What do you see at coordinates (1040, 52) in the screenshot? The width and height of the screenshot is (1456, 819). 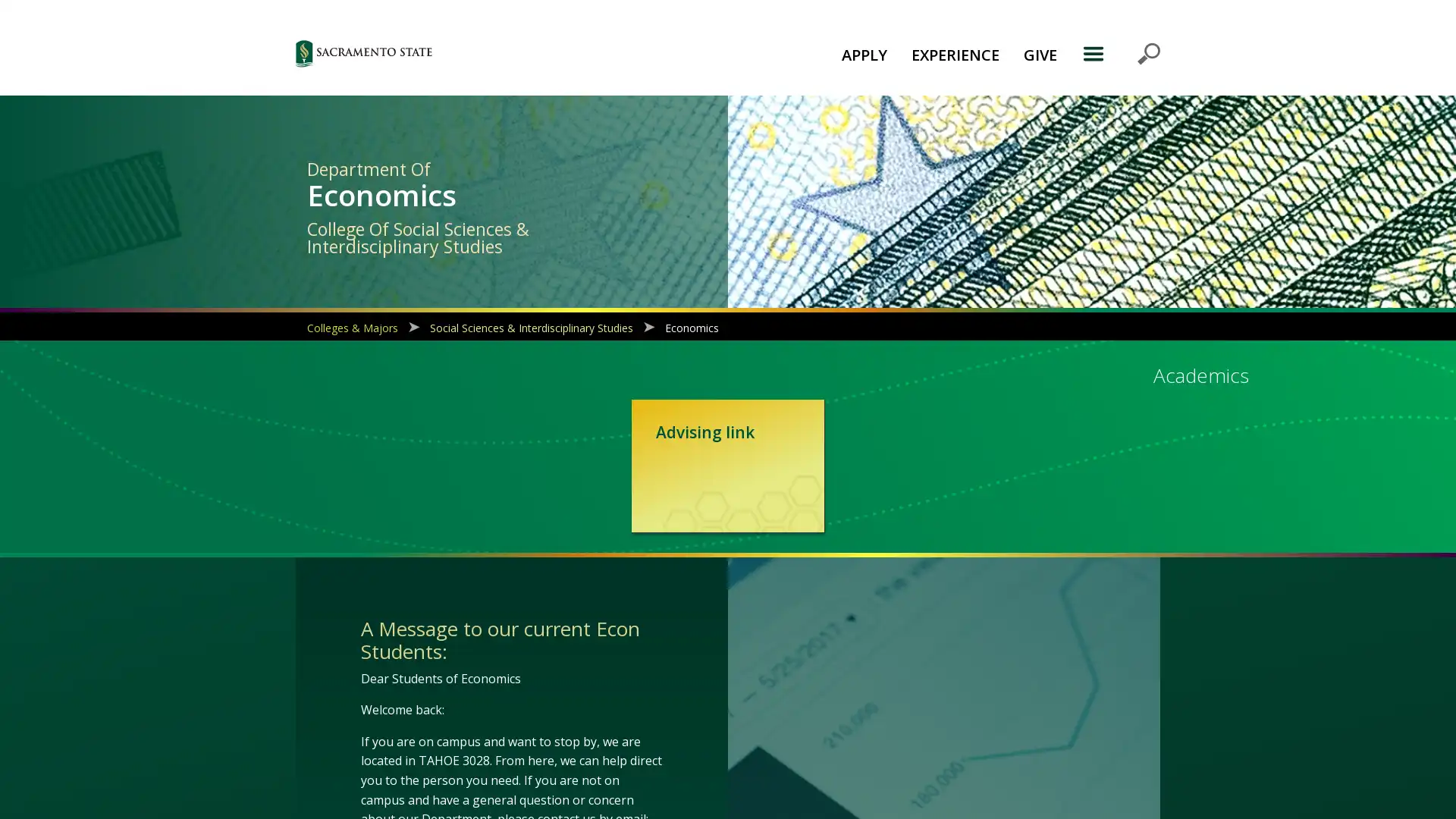 I see `GIVE` at bounding box center [1040, 52].